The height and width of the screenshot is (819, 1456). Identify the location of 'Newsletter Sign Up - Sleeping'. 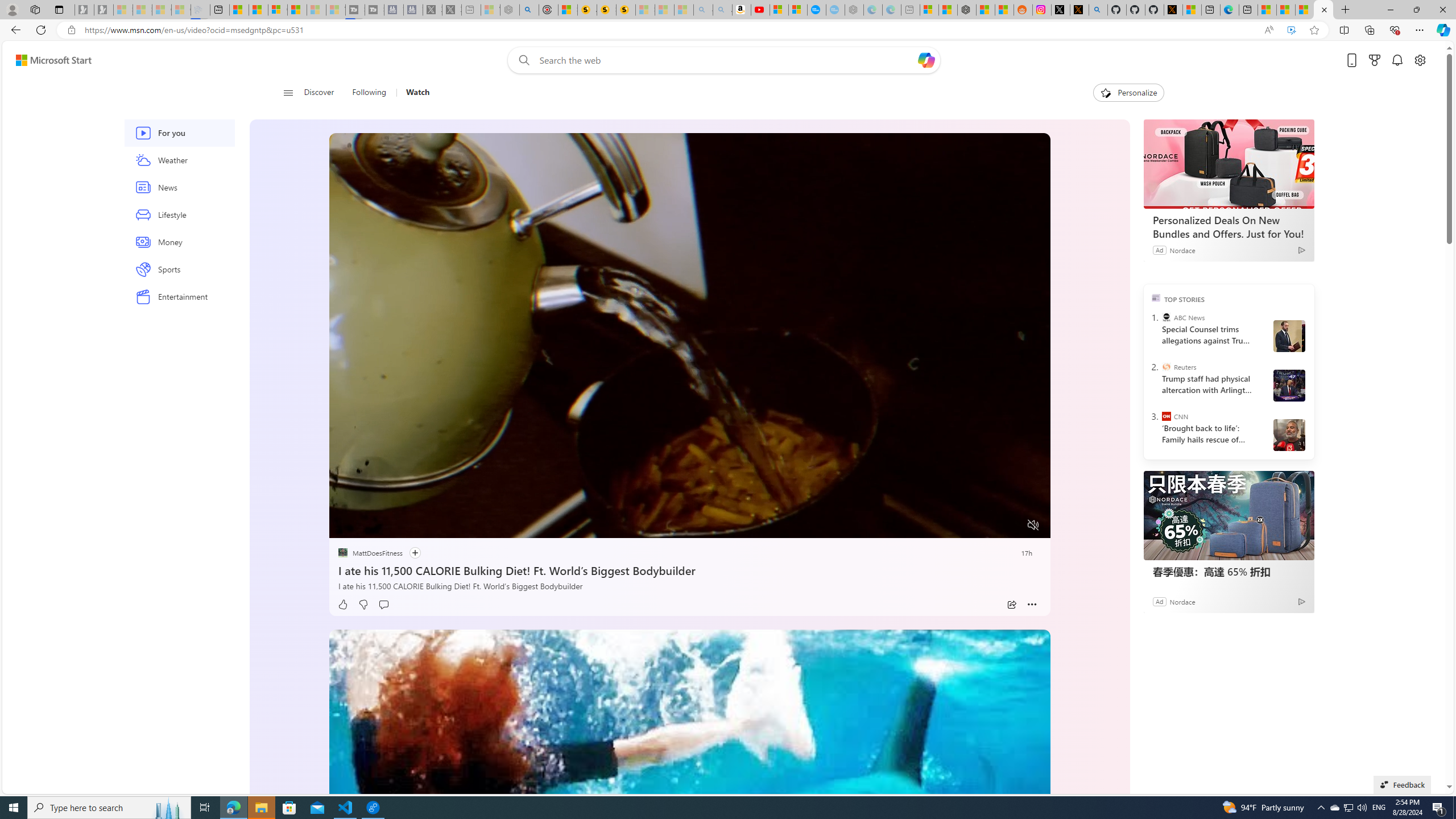
(102, 9).